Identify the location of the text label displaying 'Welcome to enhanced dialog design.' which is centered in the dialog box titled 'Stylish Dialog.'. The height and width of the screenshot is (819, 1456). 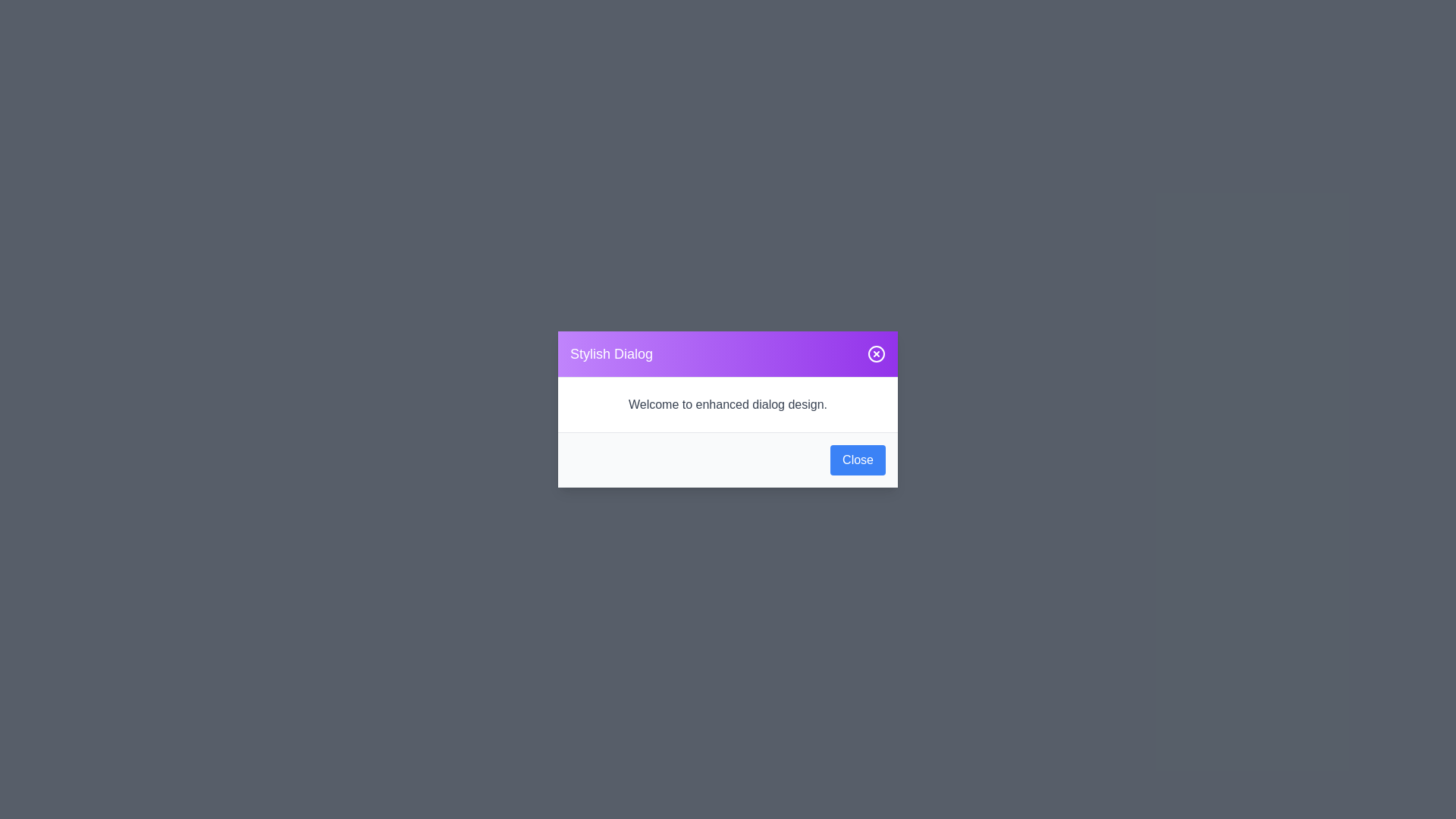
(728, 403).